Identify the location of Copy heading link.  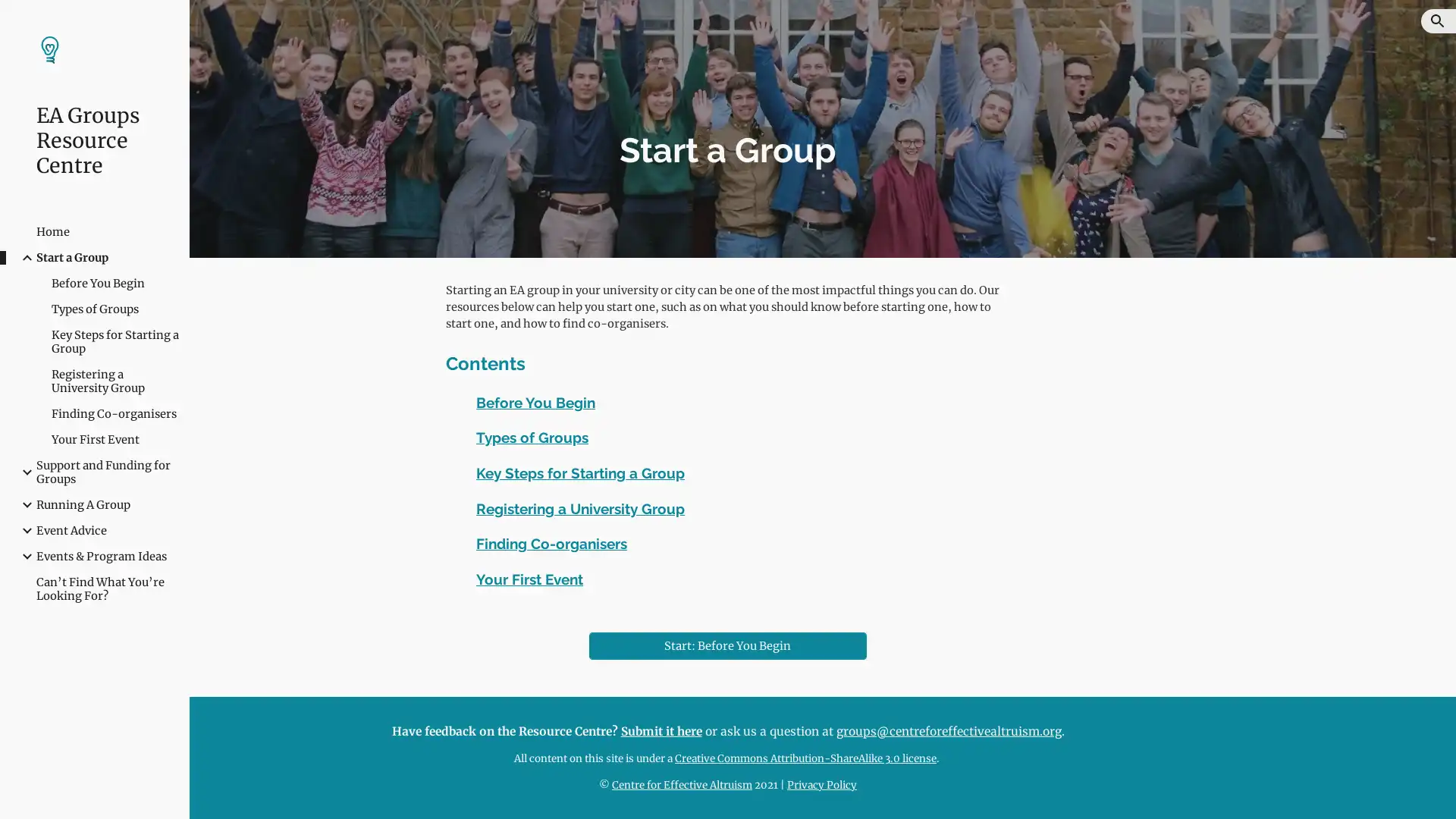
(706, 400).